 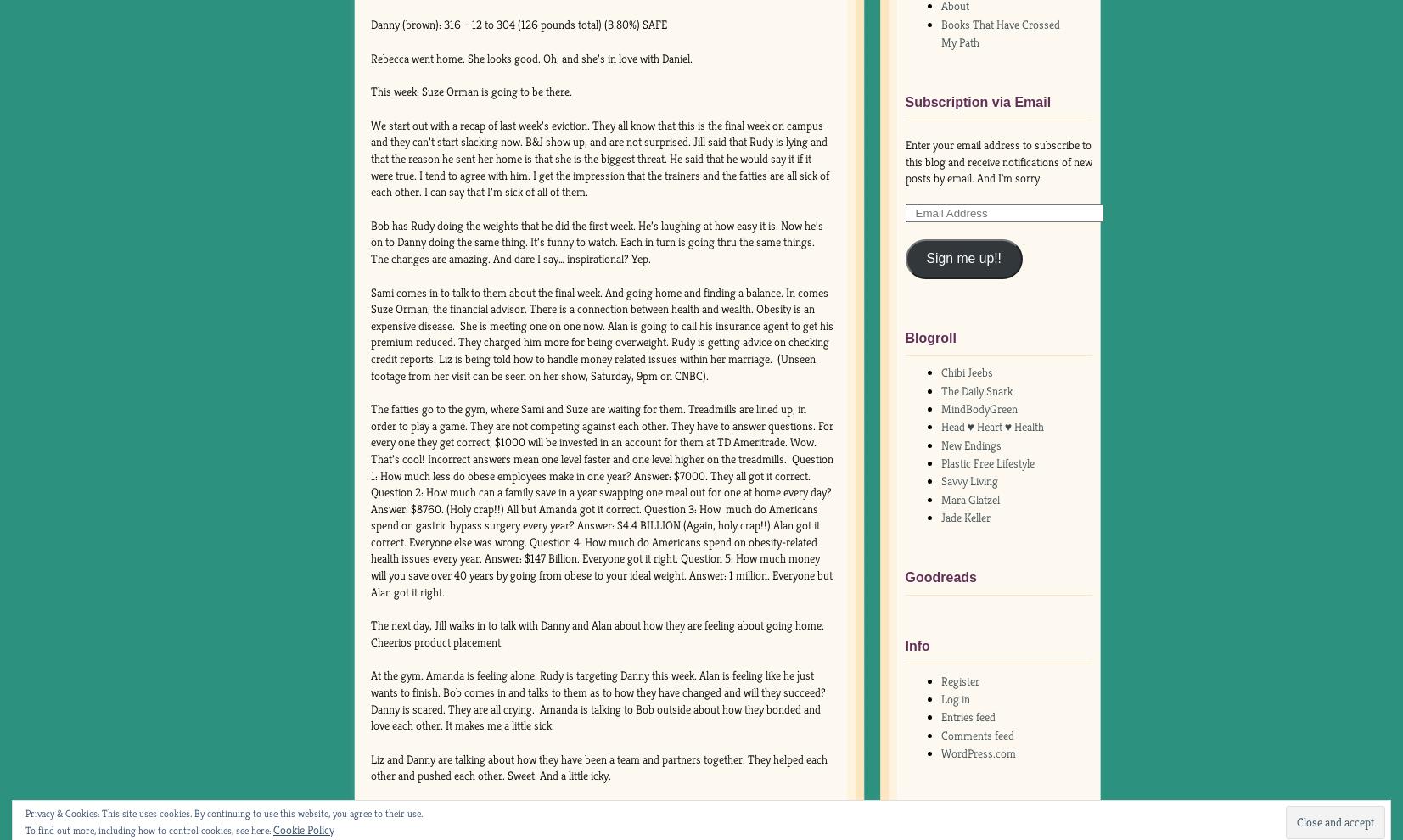 I want to click on 'The fatties go to the gym, where Sami and Suze are waiting for them. Treadmills are lined up, in order to play a game. They are not competing against each other. They have to answer questions. For every one they get correct, $1000 will be invested in an account for them at TD Ameritrade. Wow. That’s cool! Incorrect answers mean one level faster and one level higher on the treadmills.  Question 1: How much less do obese employees make in one year? Answer: $7000. They all got it correct.  Question 2: How much can a family save in a year swapping one meal out for one at home every day? Answer: $8760. (Holy crap!!) All but Amanda got it correct. Question 3: How  much do Americans spend on gastric bypass surgery every year? Answer: $4.4 BILLION (Again, holy crap!!) Alan got it correct. Everyone else was wrong. Question 4: How much do Americans spend on obesity-related health issues every year. Answer: $147 Billion. Everyone got it right. Question 5: How much money will you save over 40 years by going from obese to your ideal weight. Answer: 1 million. Everyone but Alan got it right.', so click(x=369, y=500).